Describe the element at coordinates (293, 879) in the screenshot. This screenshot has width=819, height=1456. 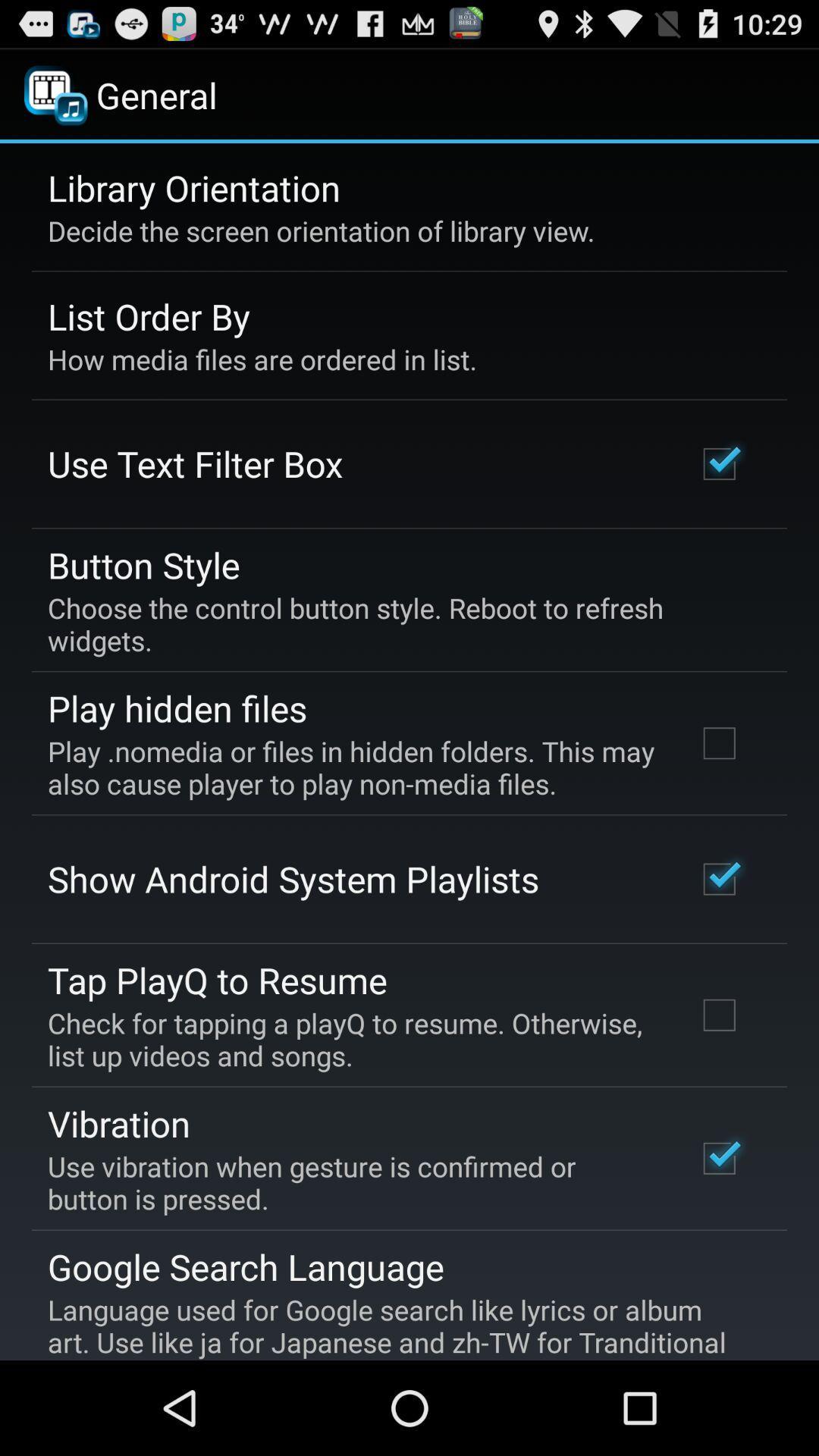
I see `app below play nomedia or` at that location.